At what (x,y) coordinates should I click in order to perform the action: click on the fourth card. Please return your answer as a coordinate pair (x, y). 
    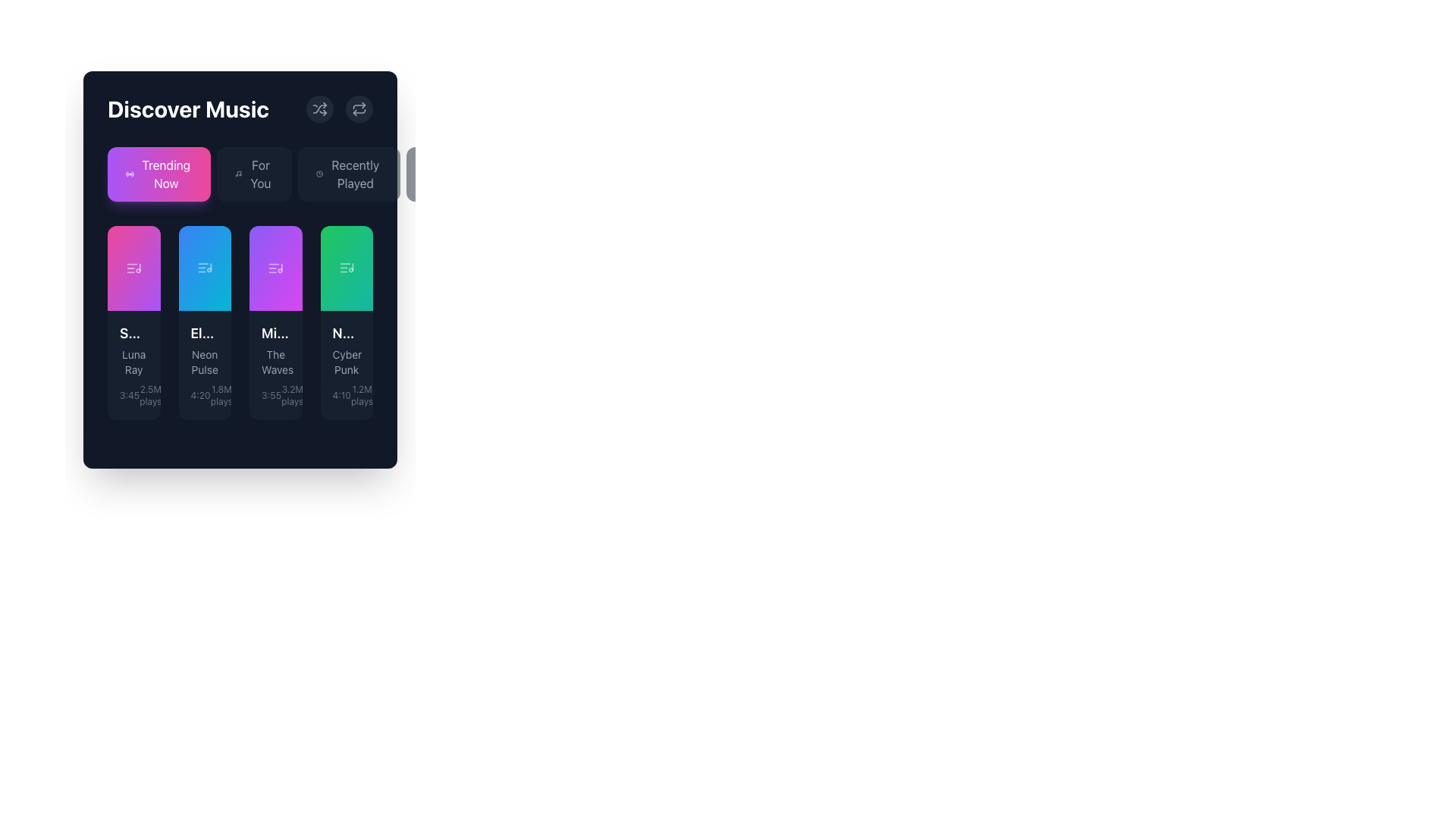
    Looking at the image, I should click on (346, 268).